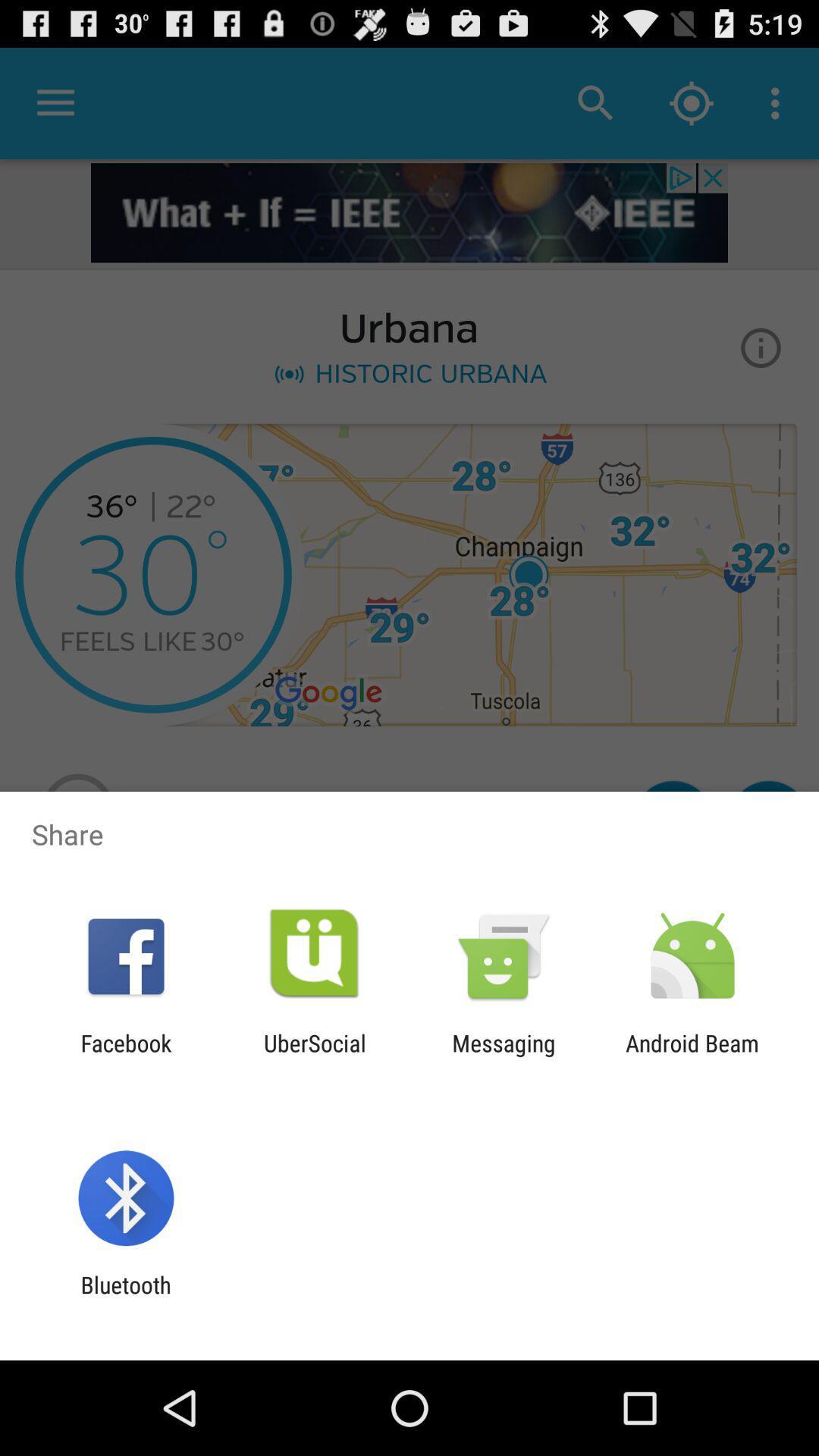 The image size is (819, 1456). What do you see at coordinates (692, 1056) in the screenshot?
I see `item next to the messaging item` at bounding box center [692, 1056].